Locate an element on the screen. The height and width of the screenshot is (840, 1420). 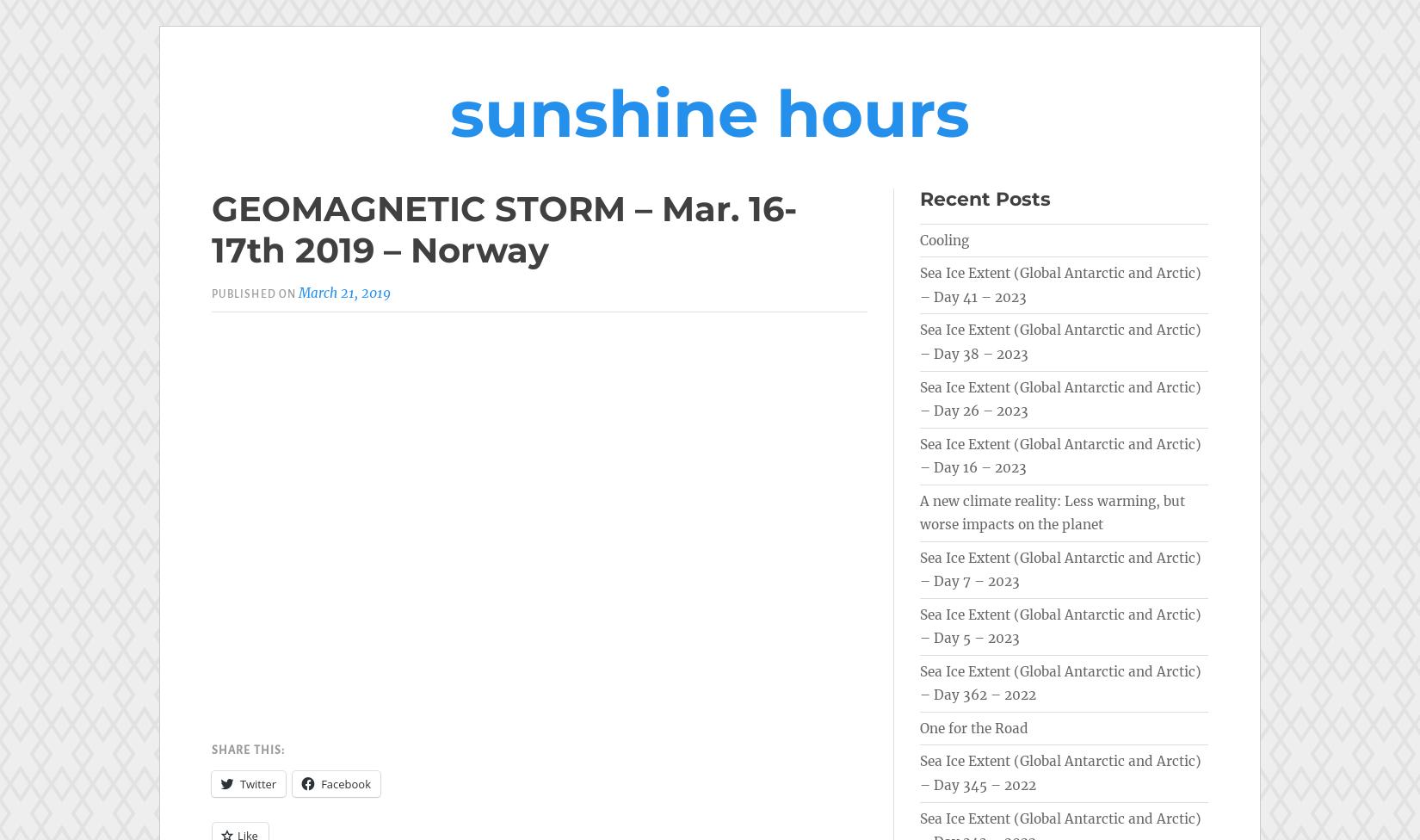
'sunshine hours' is located at coordinates (710, 112).